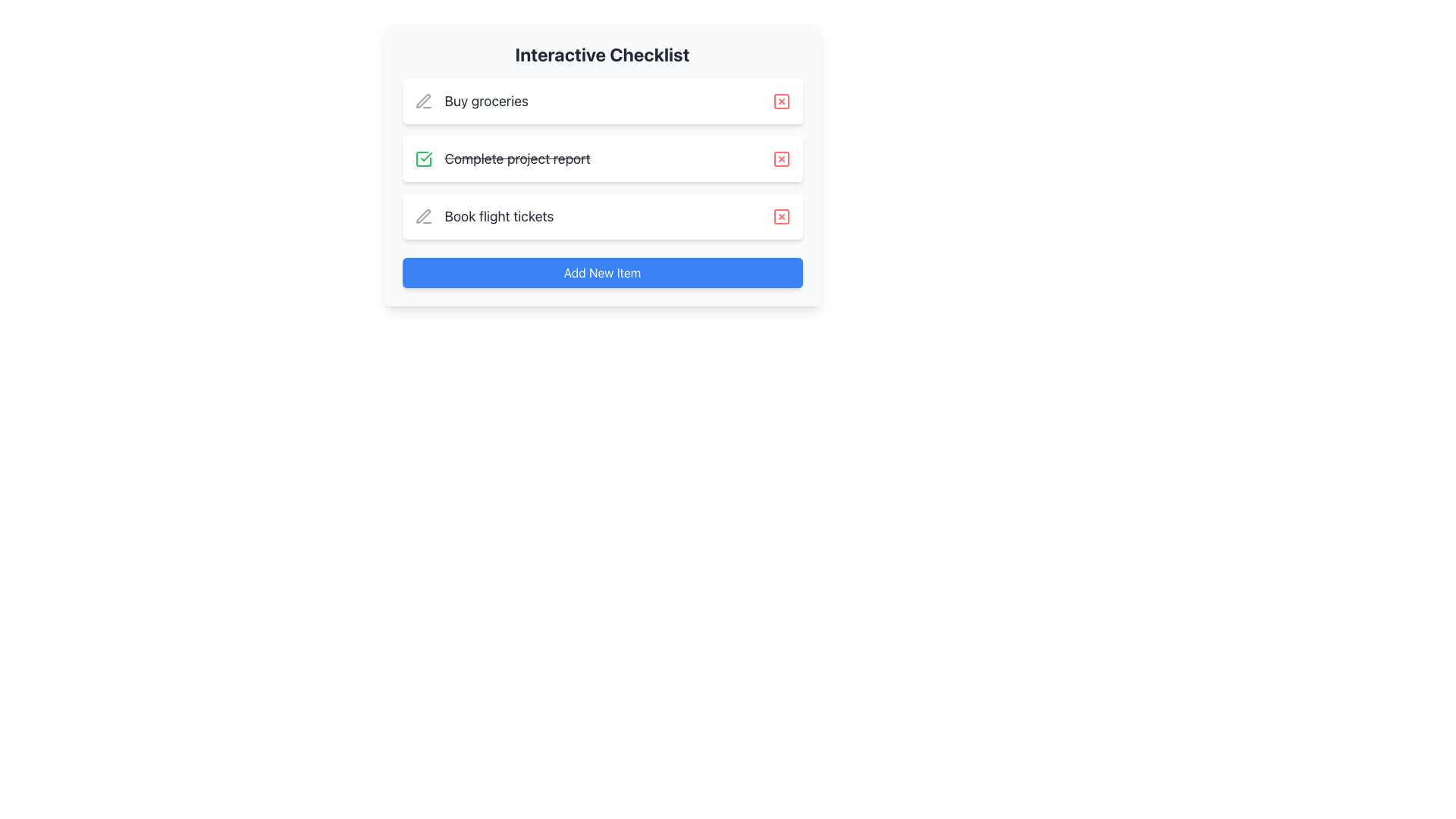 This screenshot has width=1456, height=819. I want to click on the red square shape with rounded corners that surrounds the 'X' symbol, located at the far right of the 'Book flight tickets' text in the checklist, so click(781, 216).